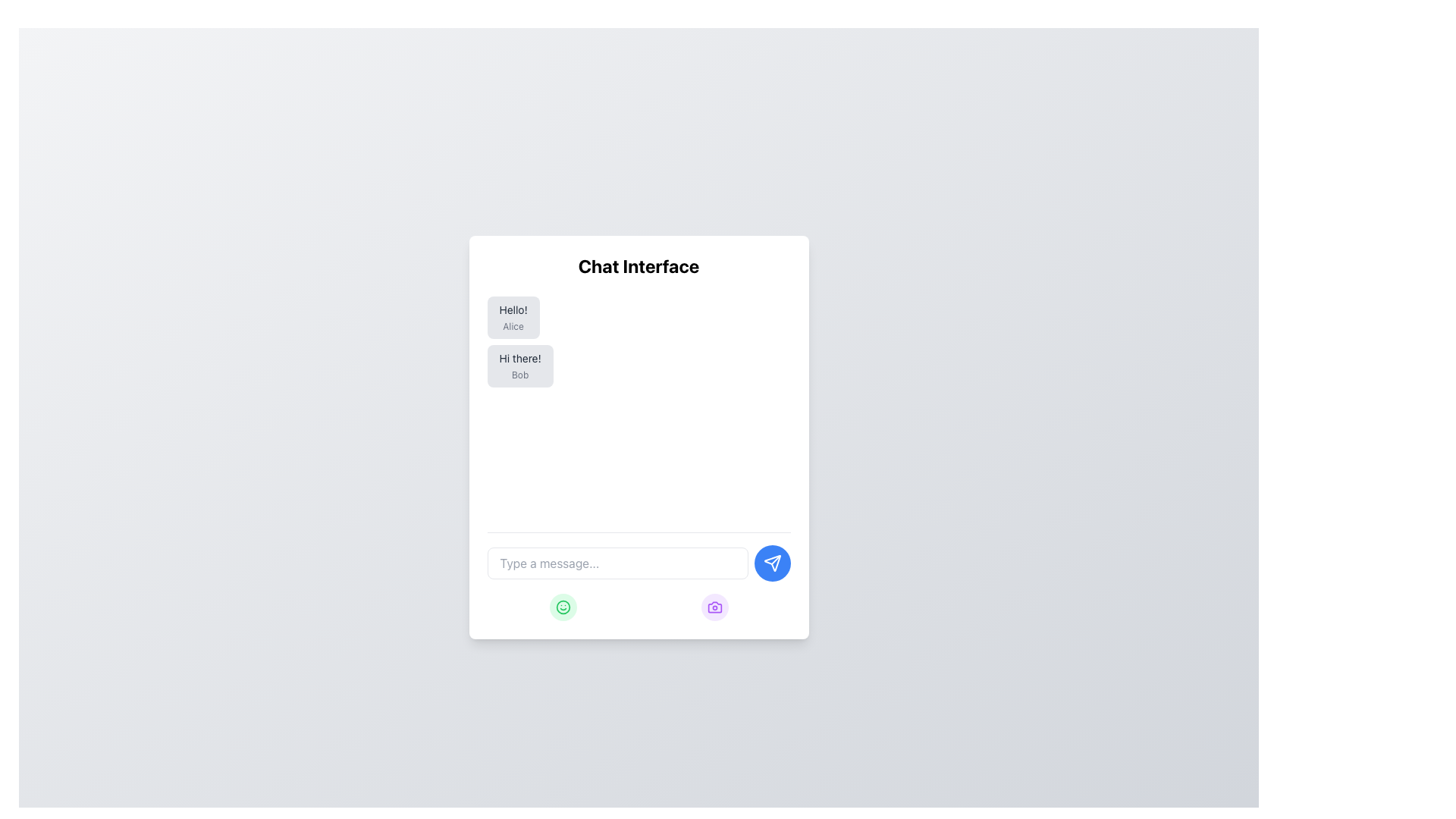 Image resolution: width=1456 pixels, height=819 pixels. Describe the element at coordinates (772, 563) in the screenshot. I see `the paper plane icon within the circular blue button located at the bottom-right corner of the chat interface to send a message` at that location.